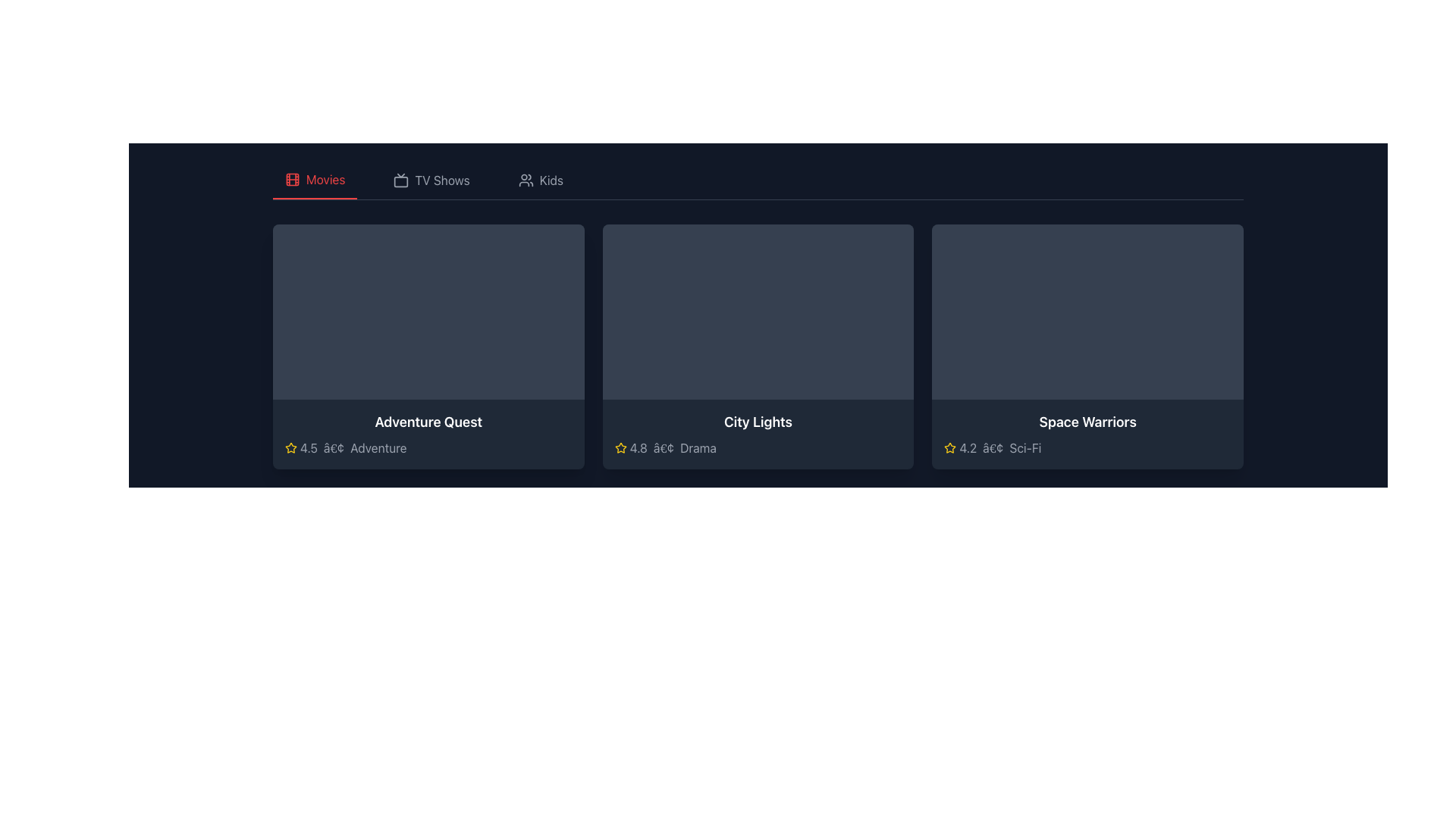 This screenshot has width=1456, height=819. I want to click on the textual symbol that visually separates the numerical rating '4.5' and the genre label 'Adventure', positioned as the third item in a horizontal arrangement following a star icon, so click(333, 447).